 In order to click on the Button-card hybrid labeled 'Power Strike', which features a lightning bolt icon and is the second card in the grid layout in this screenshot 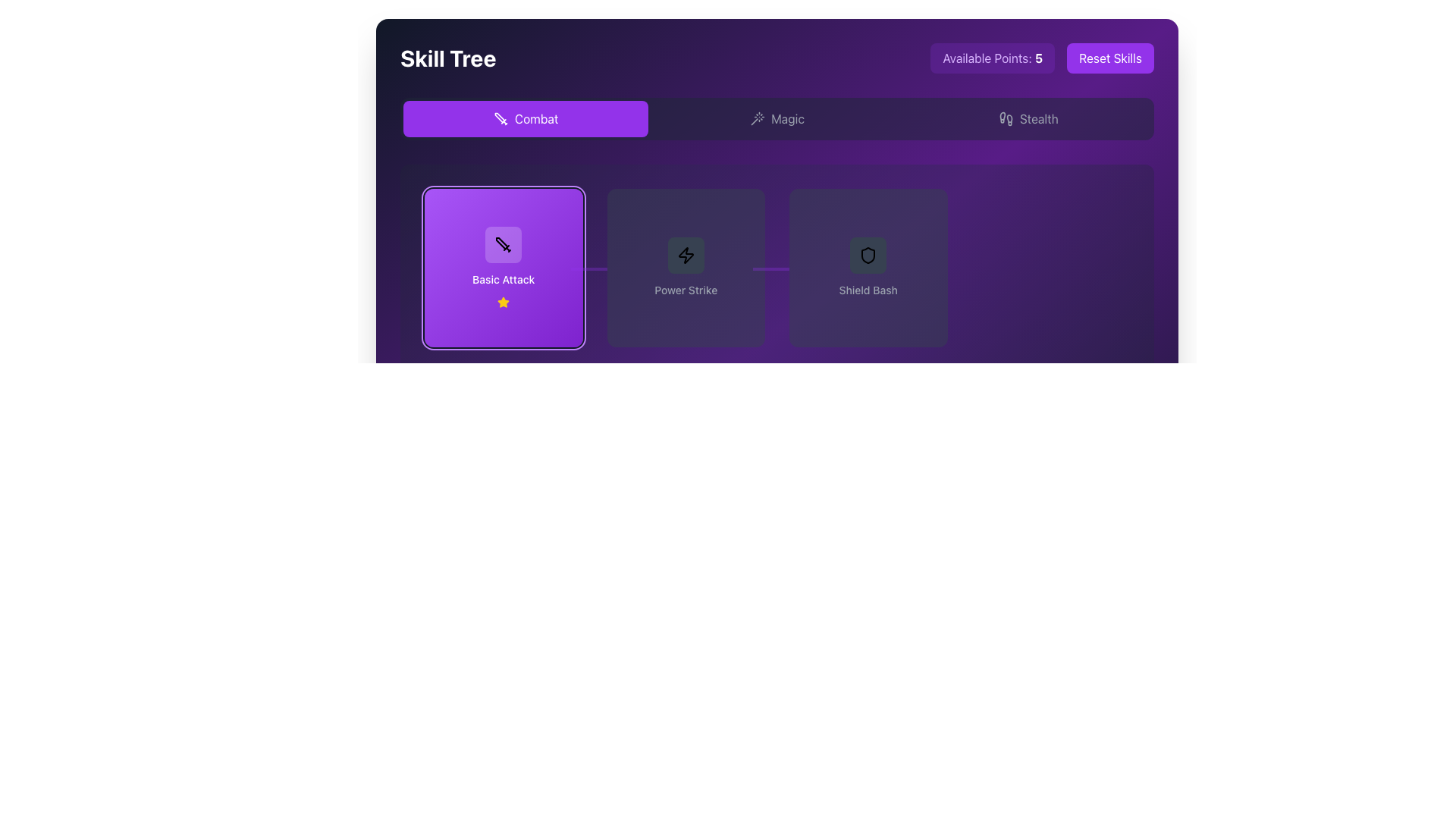, I will do `click(685, 267)`.